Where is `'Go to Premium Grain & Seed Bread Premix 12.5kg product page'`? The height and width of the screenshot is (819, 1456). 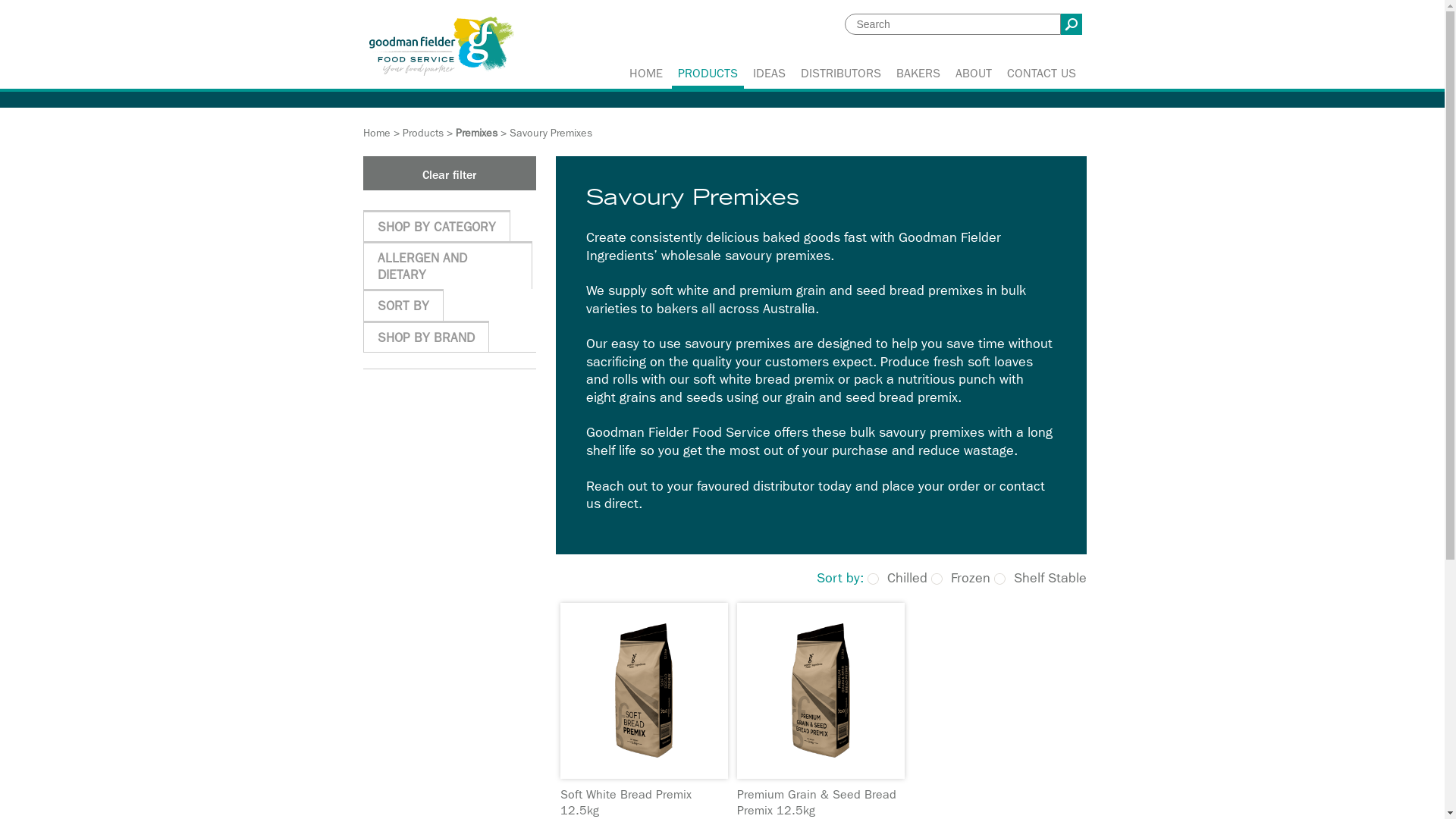
'Go to Premium Grain & Seed Bread Premix 12.5kg product page' is located at coordinates (820, 690).